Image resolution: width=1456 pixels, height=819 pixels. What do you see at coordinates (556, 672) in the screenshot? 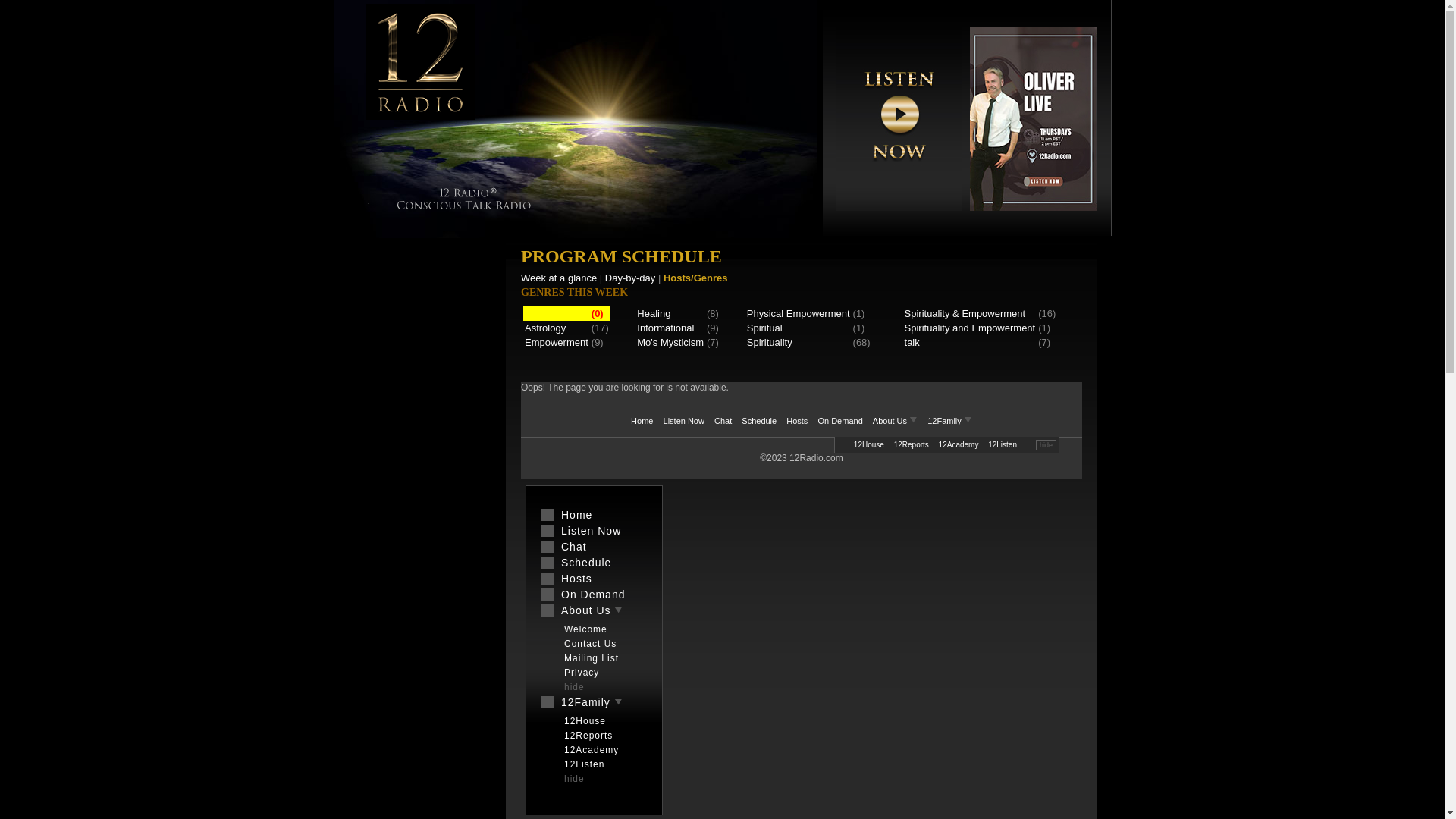
I see `'Privacy'` at bounding box center [556, 672].